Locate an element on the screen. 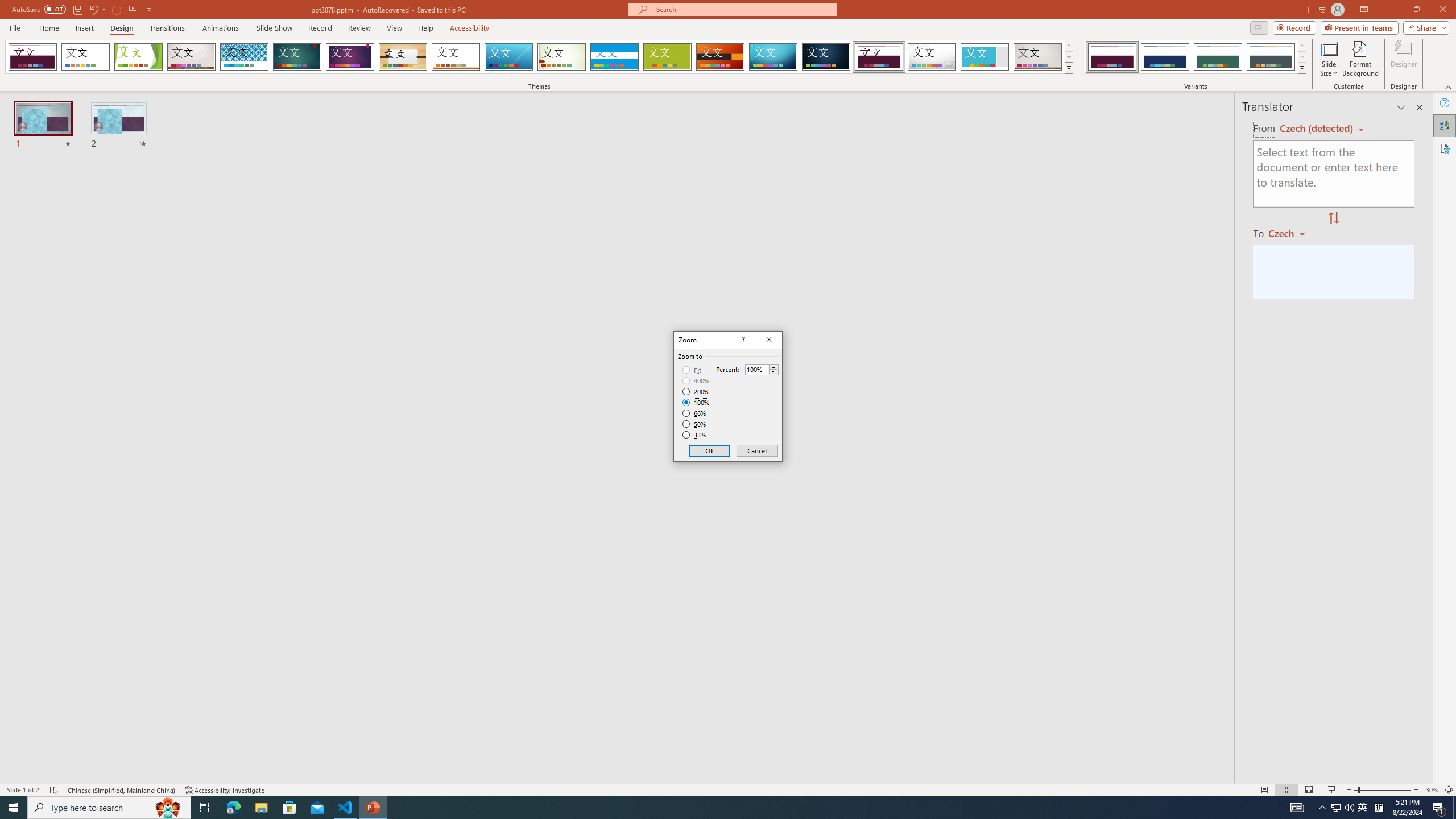 Image resolution: width=1456 pixels, height=819 pixels. 'Dividend Variant 3' is located at coordinates (1217, 56).